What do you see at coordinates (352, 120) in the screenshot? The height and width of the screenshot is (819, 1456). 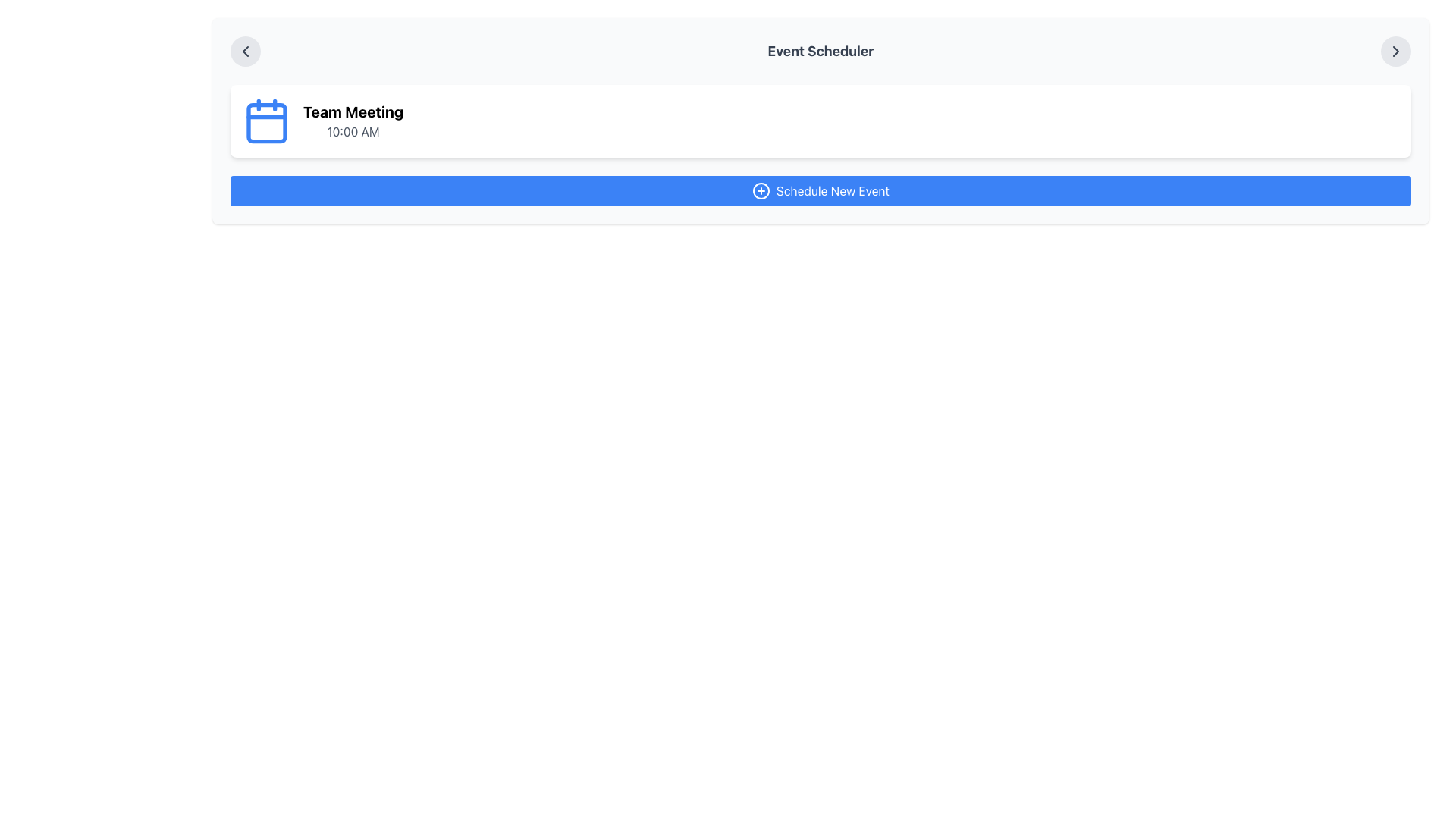 I see `the Text Display element that shows 'Team Meeting' and '10:00 AM', which is located to the right of a blue calendar icon within a card layout` at bounding box center [352, 120].